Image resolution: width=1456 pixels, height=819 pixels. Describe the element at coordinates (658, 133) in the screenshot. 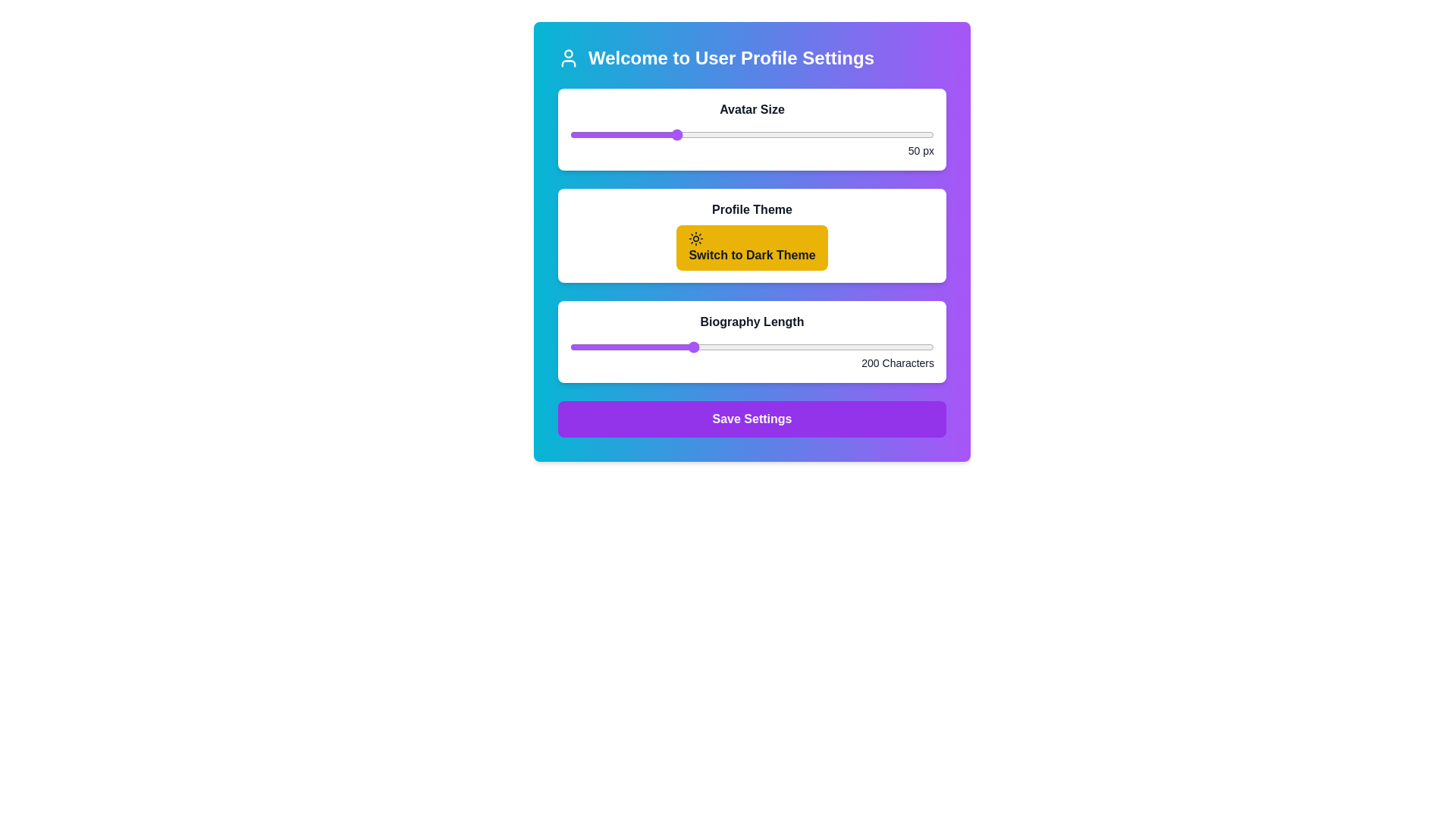

I see `avatar size` at that location.